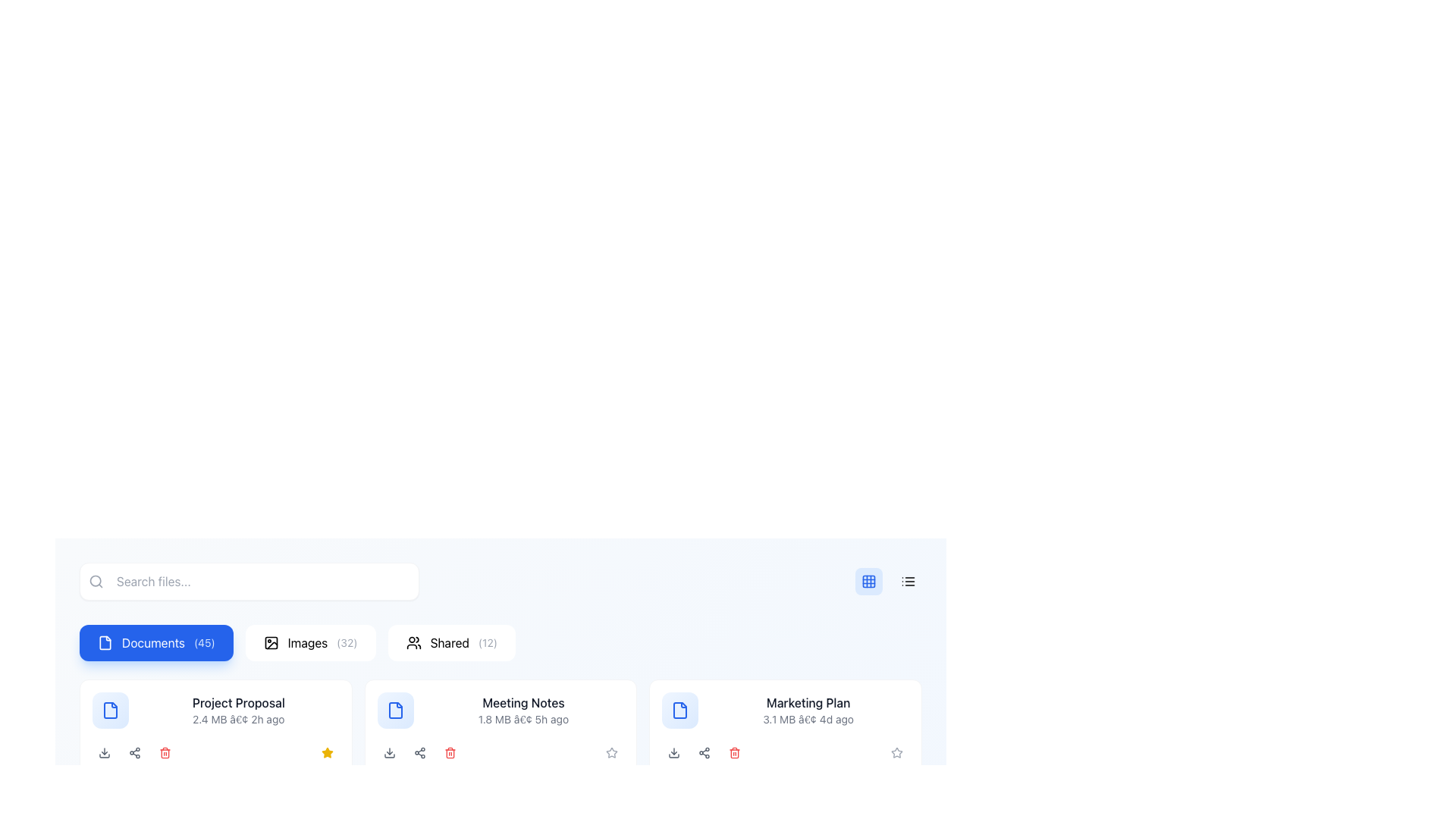 The width and height of the screenshot is (1456, 819). Describe the element at coordinates (419, 752) in the screenshot. I see `the button with a network icon styled with a rounded shape, light gray color` at that location.